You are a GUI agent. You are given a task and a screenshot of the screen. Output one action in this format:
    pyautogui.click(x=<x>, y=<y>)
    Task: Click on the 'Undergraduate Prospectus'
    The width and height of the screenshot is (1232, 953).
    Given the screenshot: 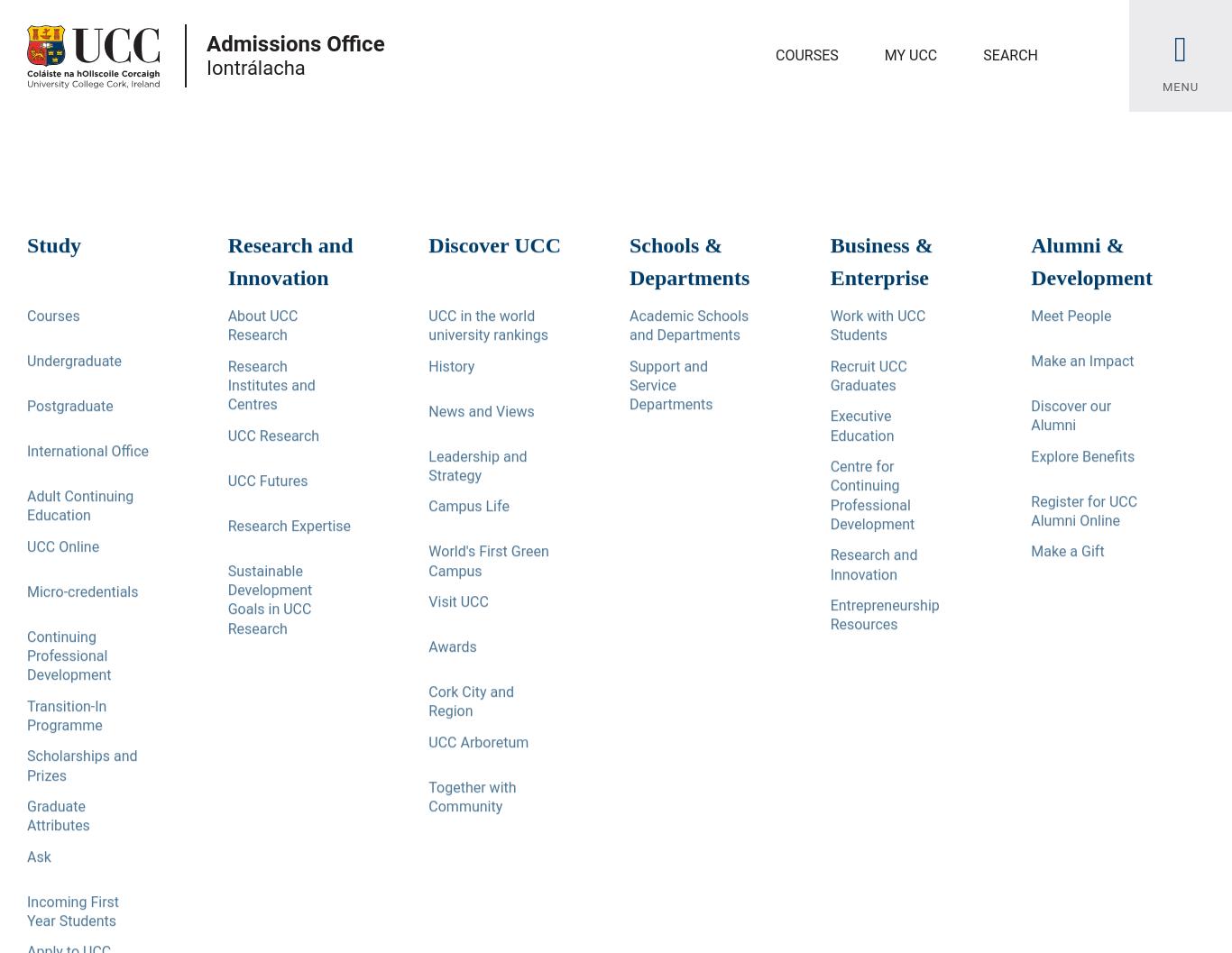 What is the action you would take?
    pyautogui.click(x=124, y=486)
    